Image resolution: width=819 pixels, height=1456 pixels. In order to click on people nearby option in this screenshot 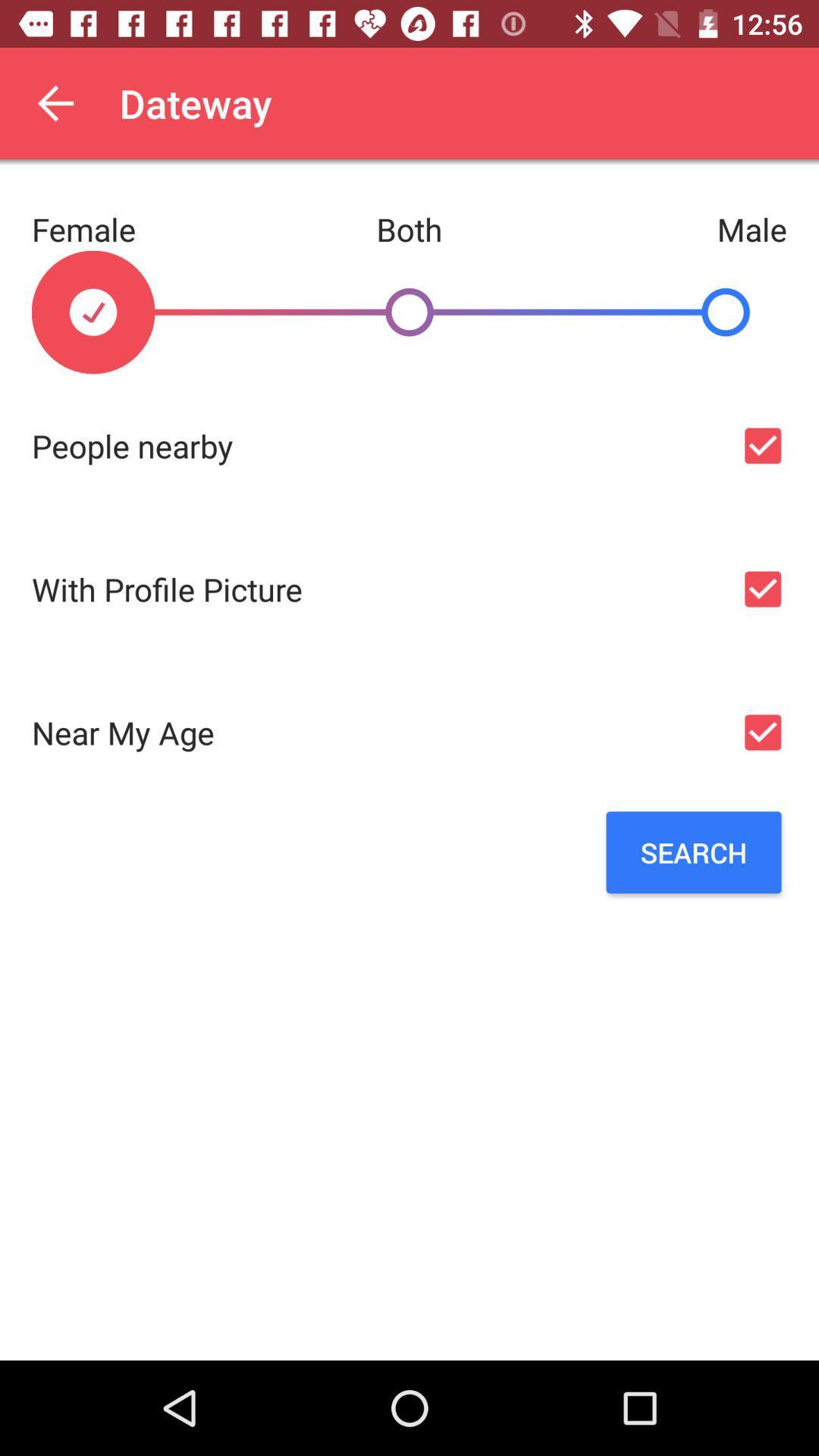, I will do `click(762, 445)`.